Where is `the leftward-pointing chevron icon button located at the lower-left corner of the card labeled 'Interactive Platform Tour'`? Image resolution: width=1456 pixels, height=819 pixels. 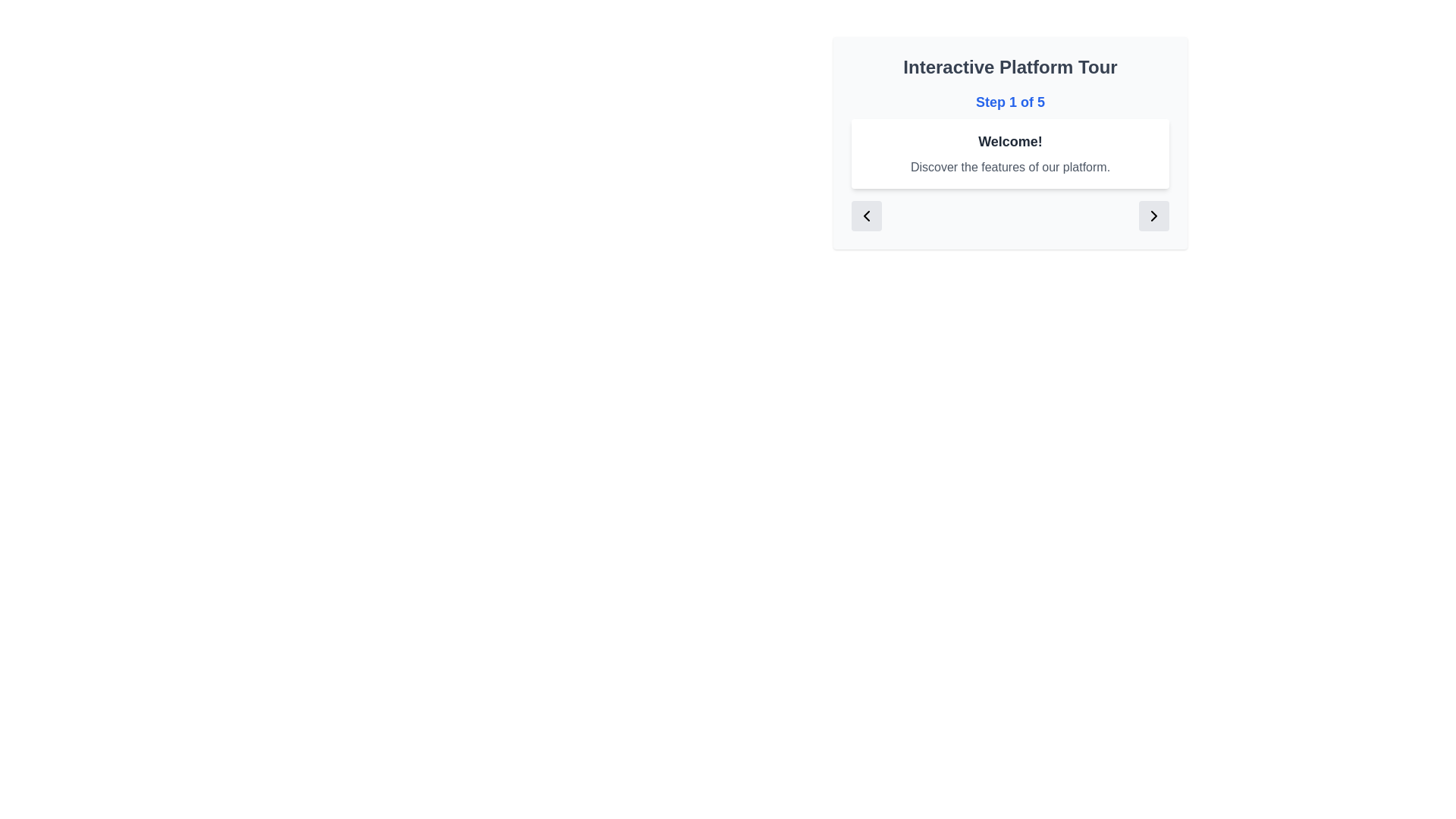 the leftward-pointing chevron icon button located at the lower-left corner of the card labeled 'Interactive Platform Tour' is located at coordinates (866, 216).